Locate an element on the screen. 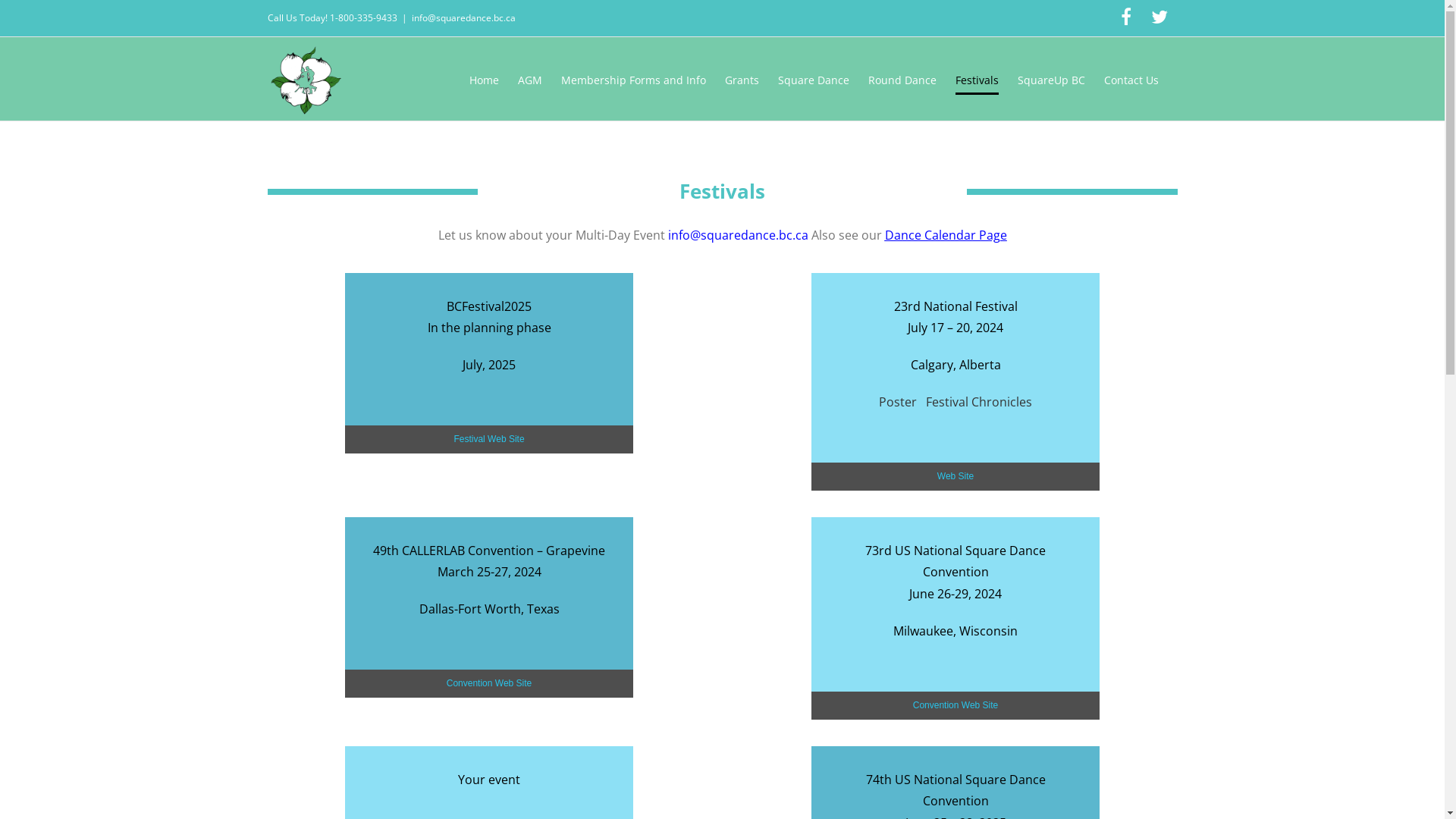 The width and height of the screenshot is (1456, 819). 'Home' is located at coordinates (482, 80).